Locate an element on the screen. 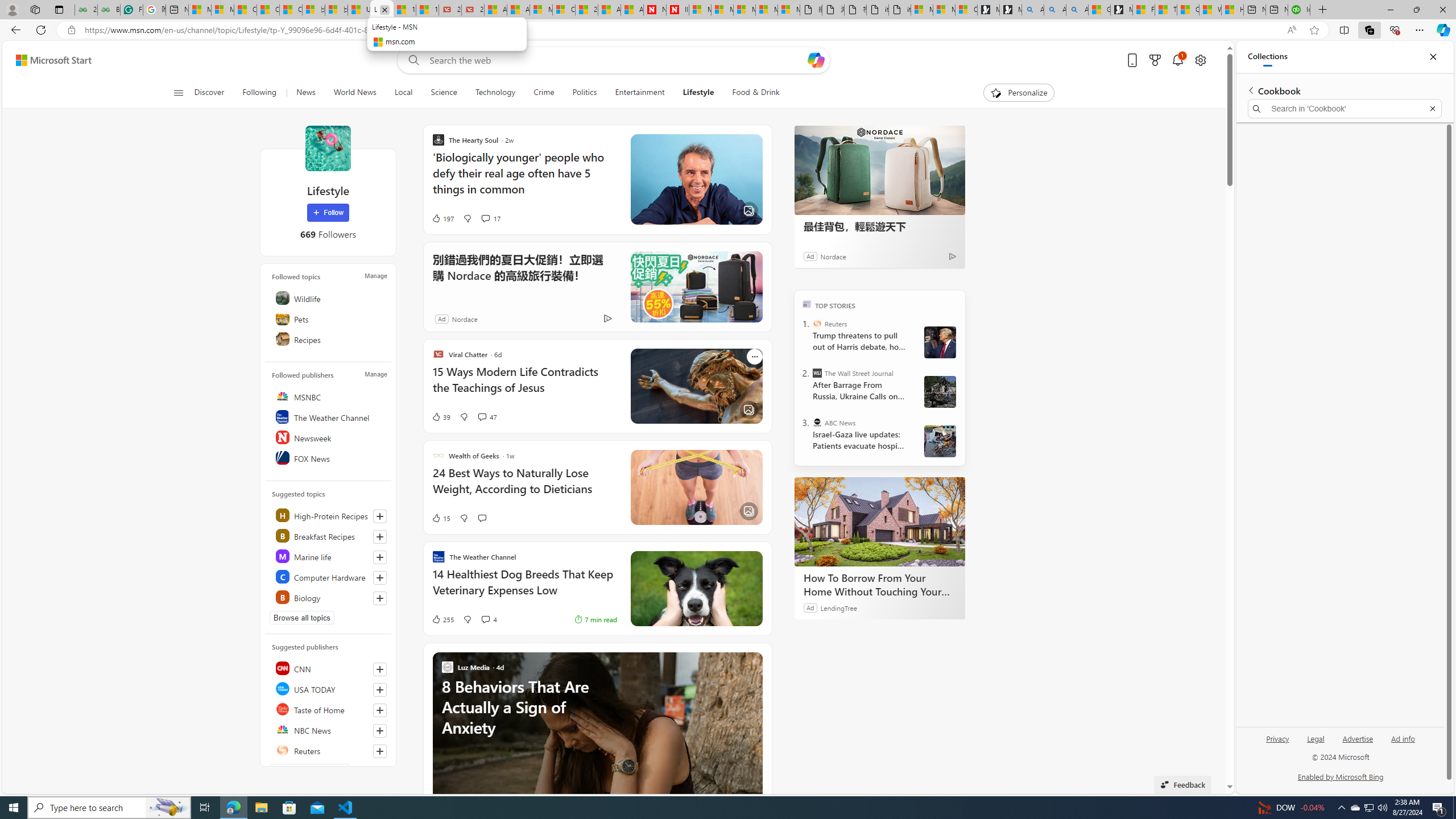 This screenshot has height=819, width=1456. 'Newsweek - News, Analysis, Politics, Business, Technology' is located at coordinates (655, 9).